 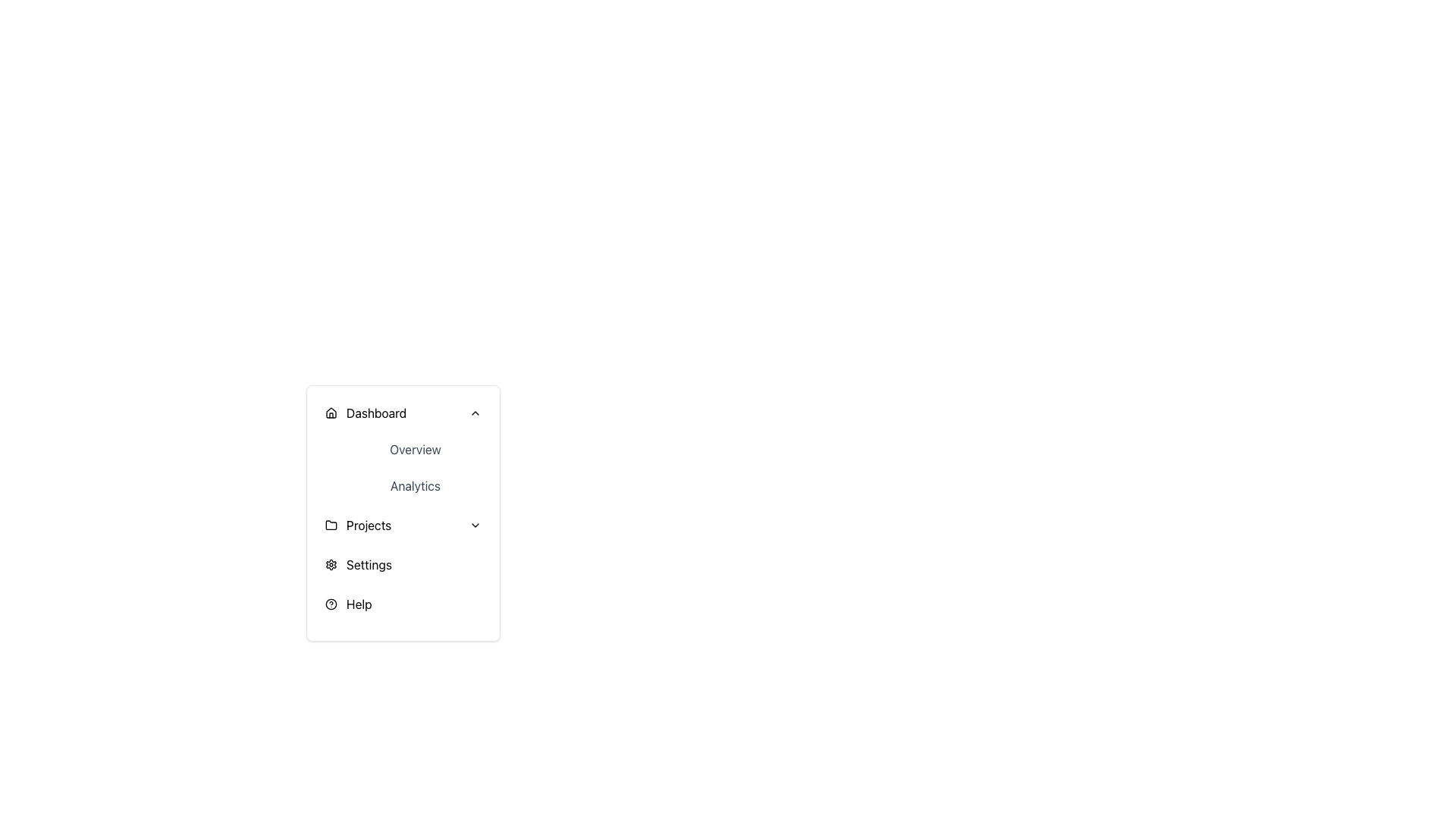 I want to click on the settings label in the navigation menu, so click(x=369, y=564).